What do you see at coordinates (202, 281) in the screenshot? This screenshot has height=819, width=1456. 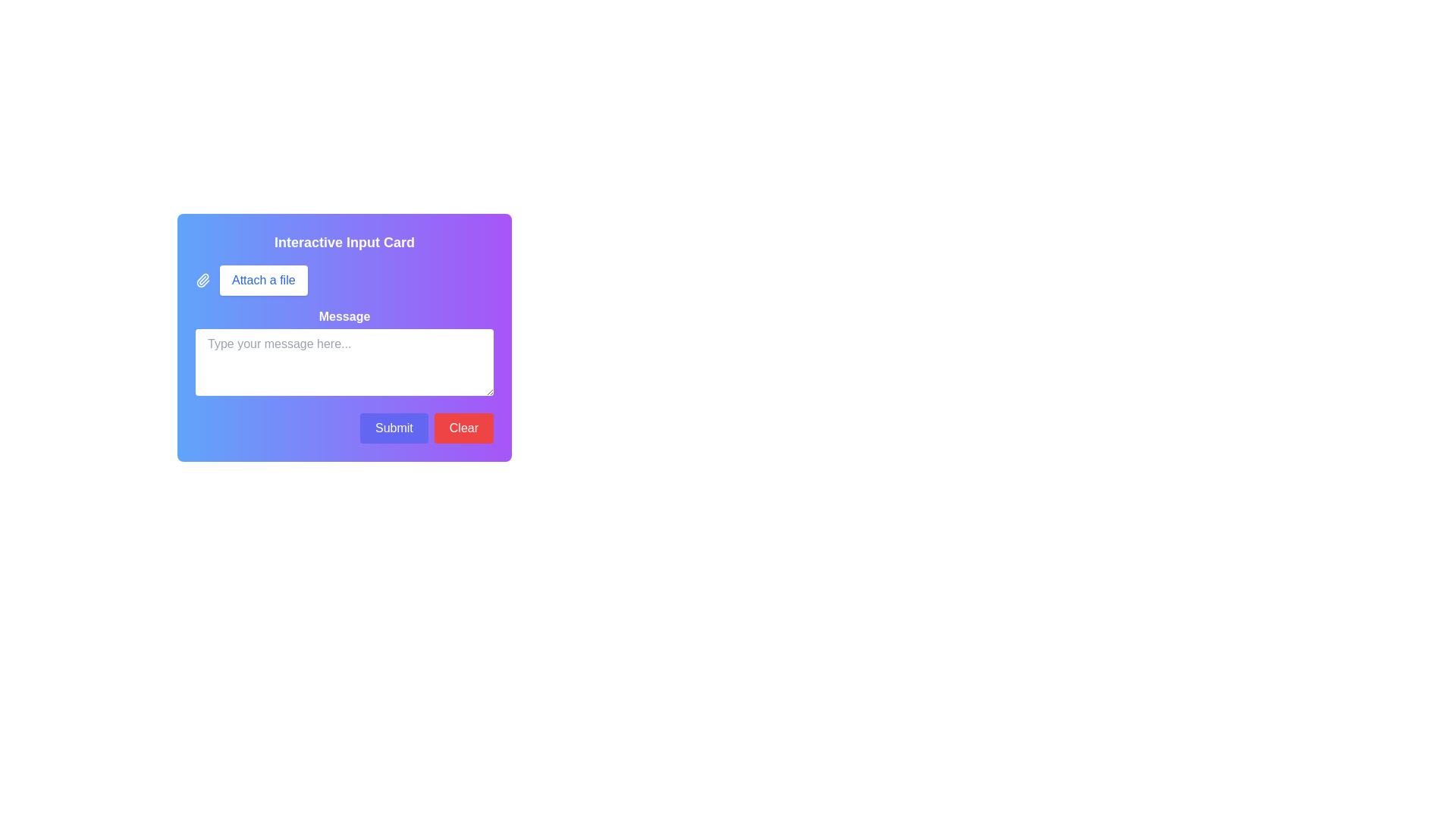 I see `the paperclip icon, which visually indicates the functionality of attaching files, located to the left of the 'Attach a file' button` at bounding box center [202, 281].